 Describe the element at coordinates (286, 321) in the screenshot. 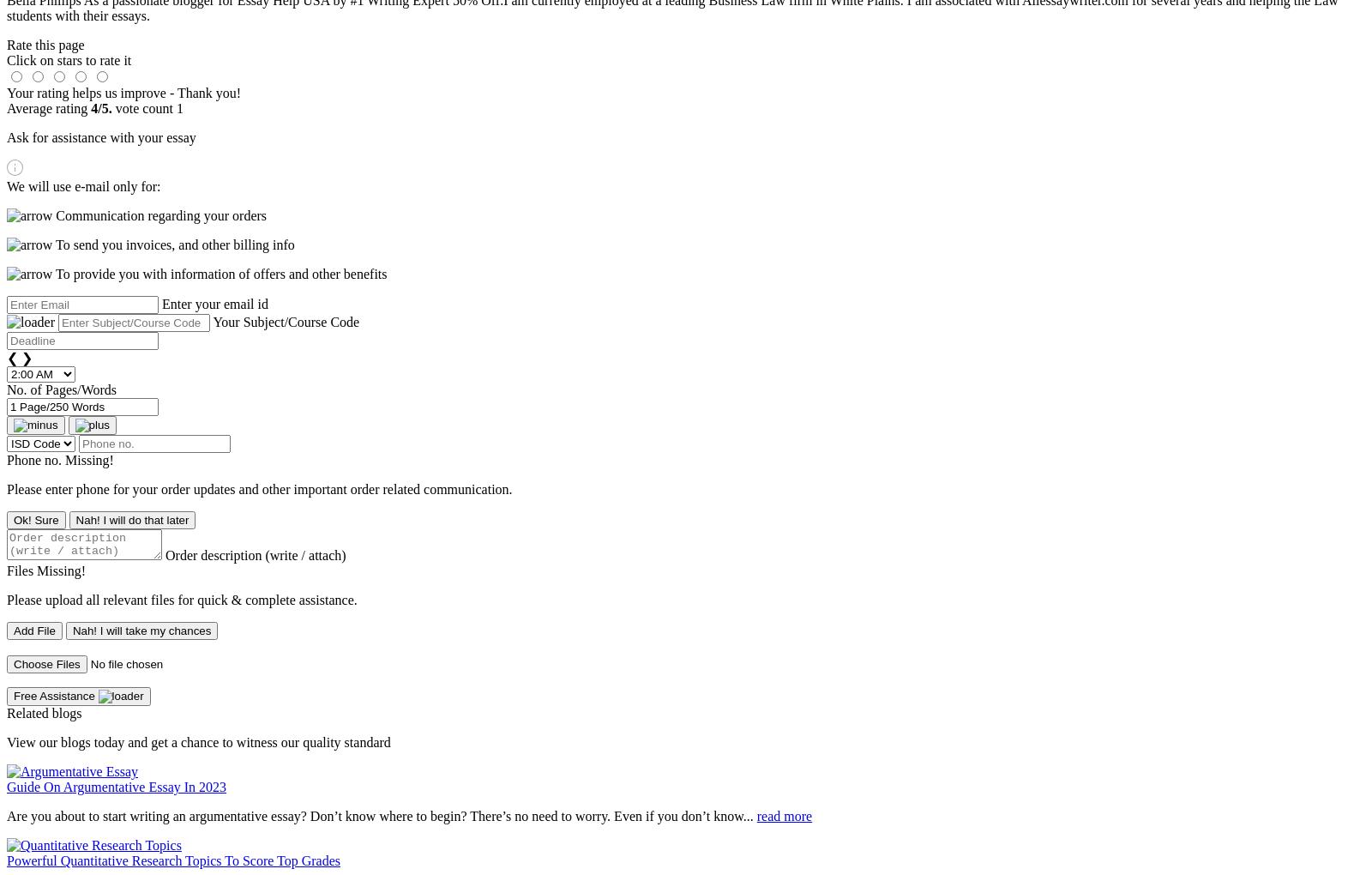

I see `'Your Subject/Course Code'` at that location.